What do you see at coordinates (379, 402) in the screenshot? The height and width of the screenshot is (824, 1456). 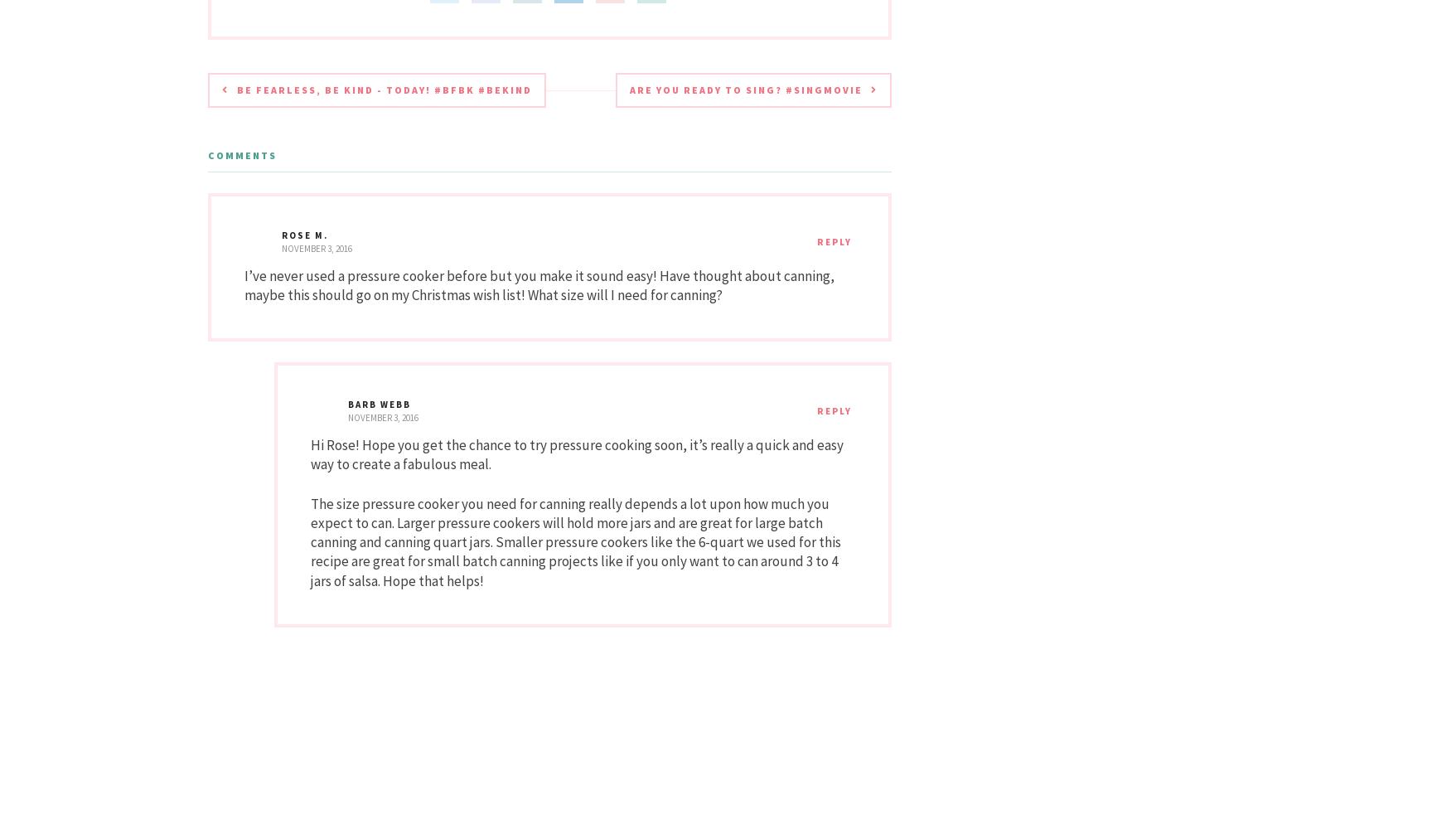 I see `'Barb Webb'` at bounding box center [379, 402].